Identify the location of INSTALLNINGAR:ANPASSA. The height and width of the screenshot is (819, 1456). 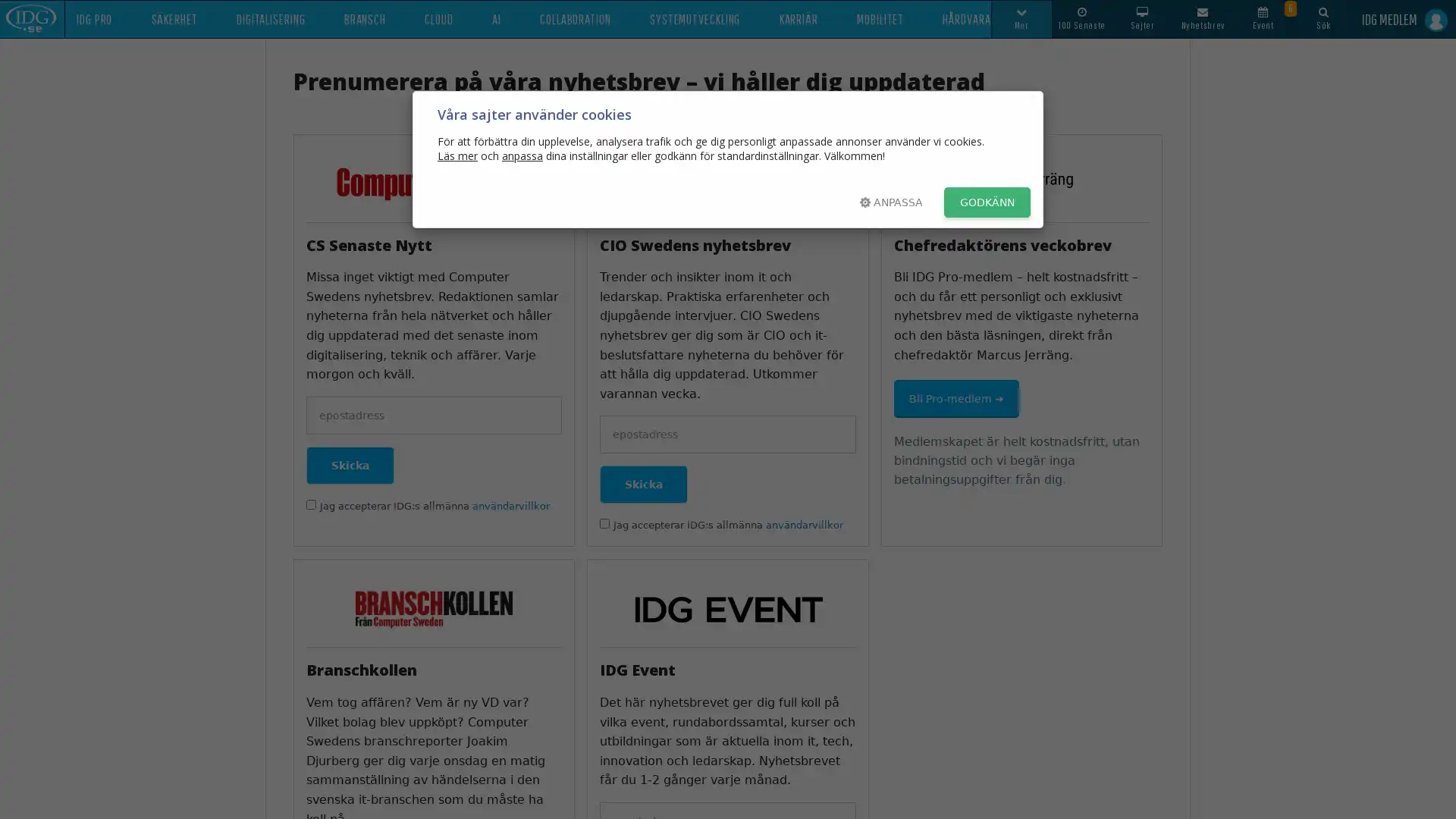
(891, 201).